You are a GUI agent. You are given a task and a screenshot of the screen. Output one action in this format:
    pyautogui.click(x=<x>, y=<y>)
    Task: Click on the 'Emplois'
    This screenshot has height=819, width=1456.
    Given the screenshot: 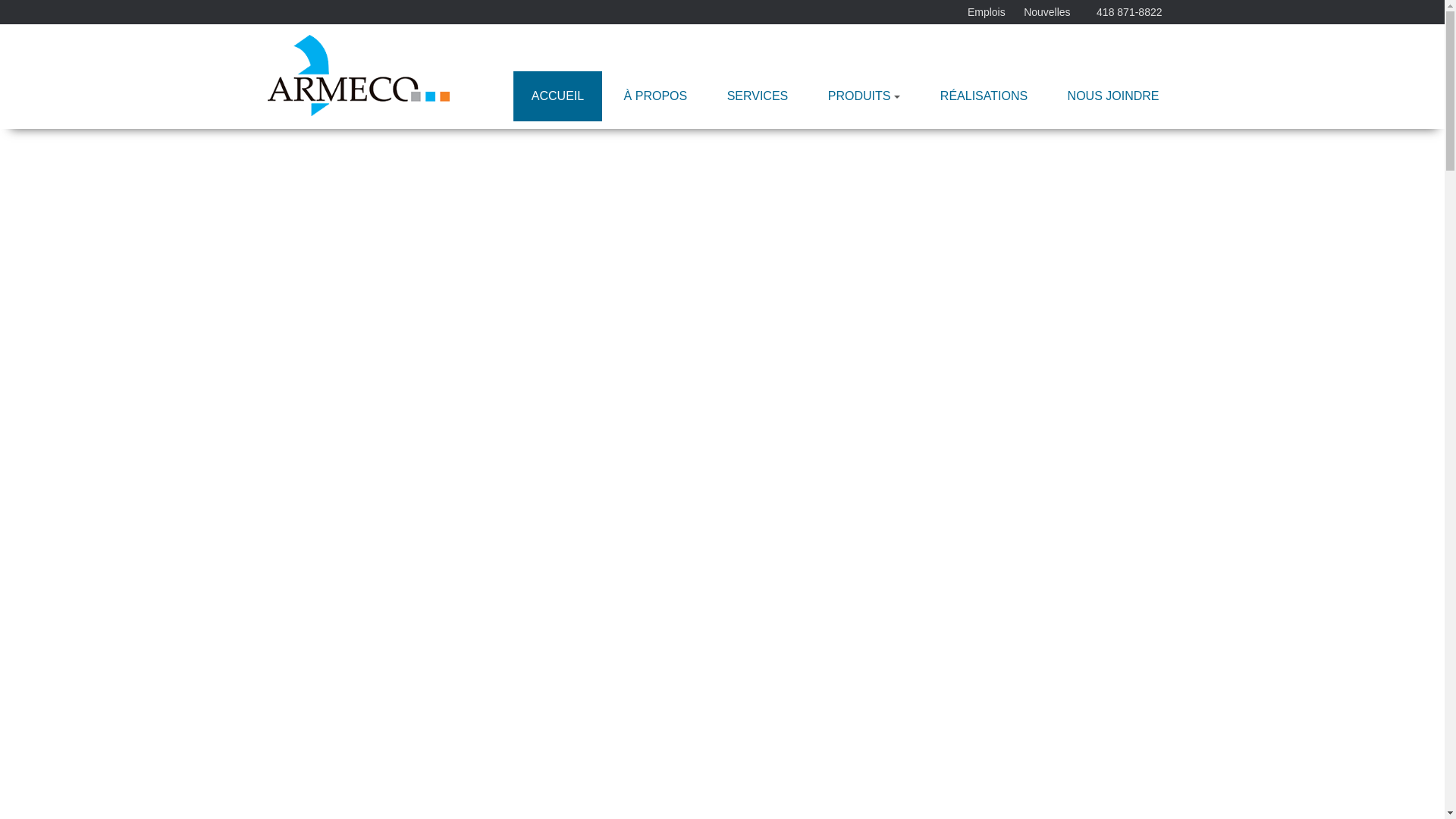 What is the action you would take?
    pyautogui.click(x=986, y=11)
    